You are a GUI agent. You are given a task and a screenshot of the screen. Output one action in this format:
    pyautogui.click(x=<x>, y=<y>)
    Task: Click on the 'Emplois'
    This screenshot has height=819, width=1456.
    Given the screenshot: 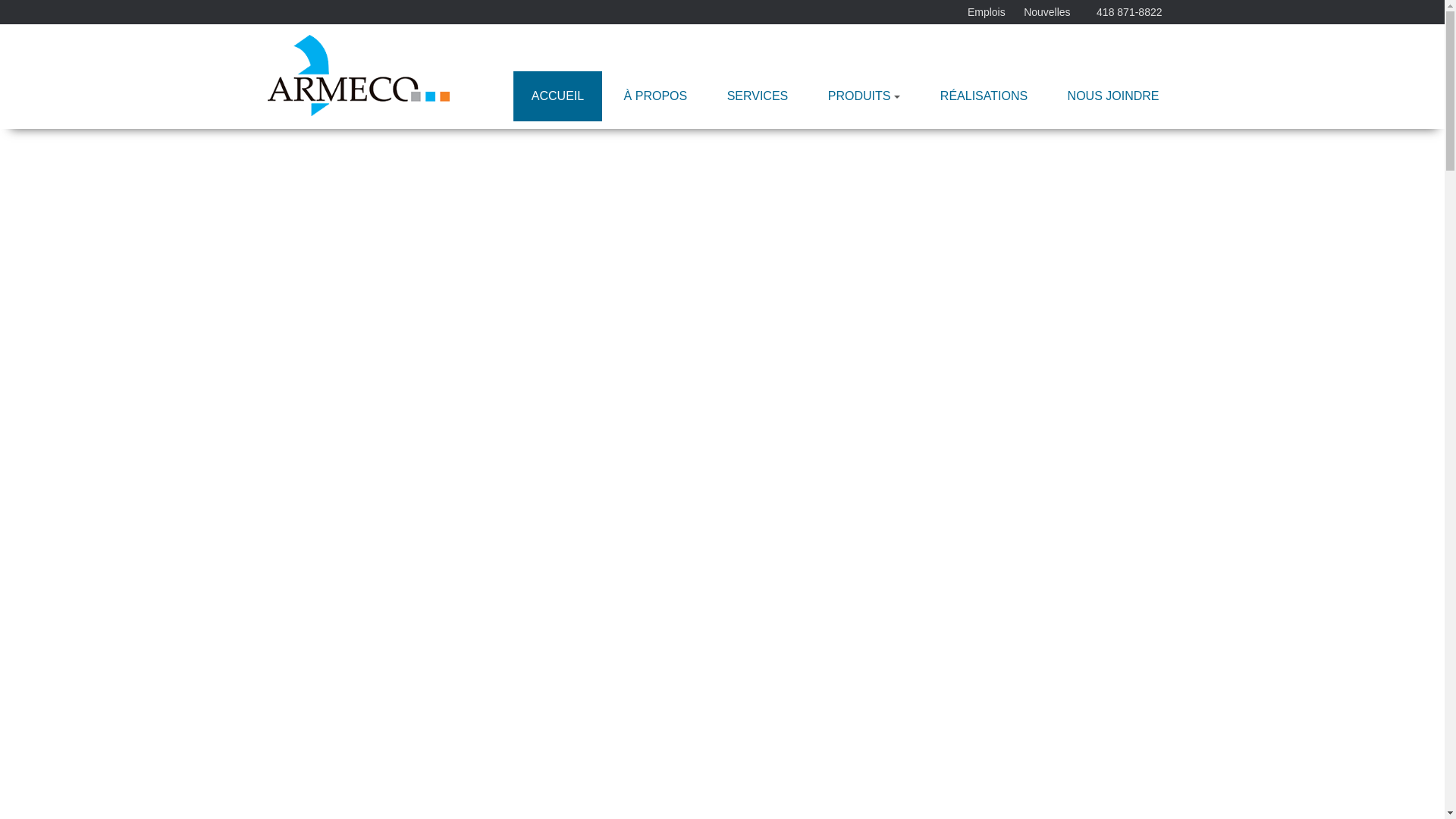 What is the action you would take?
    pyautogui.click(x=986, y=11)
    